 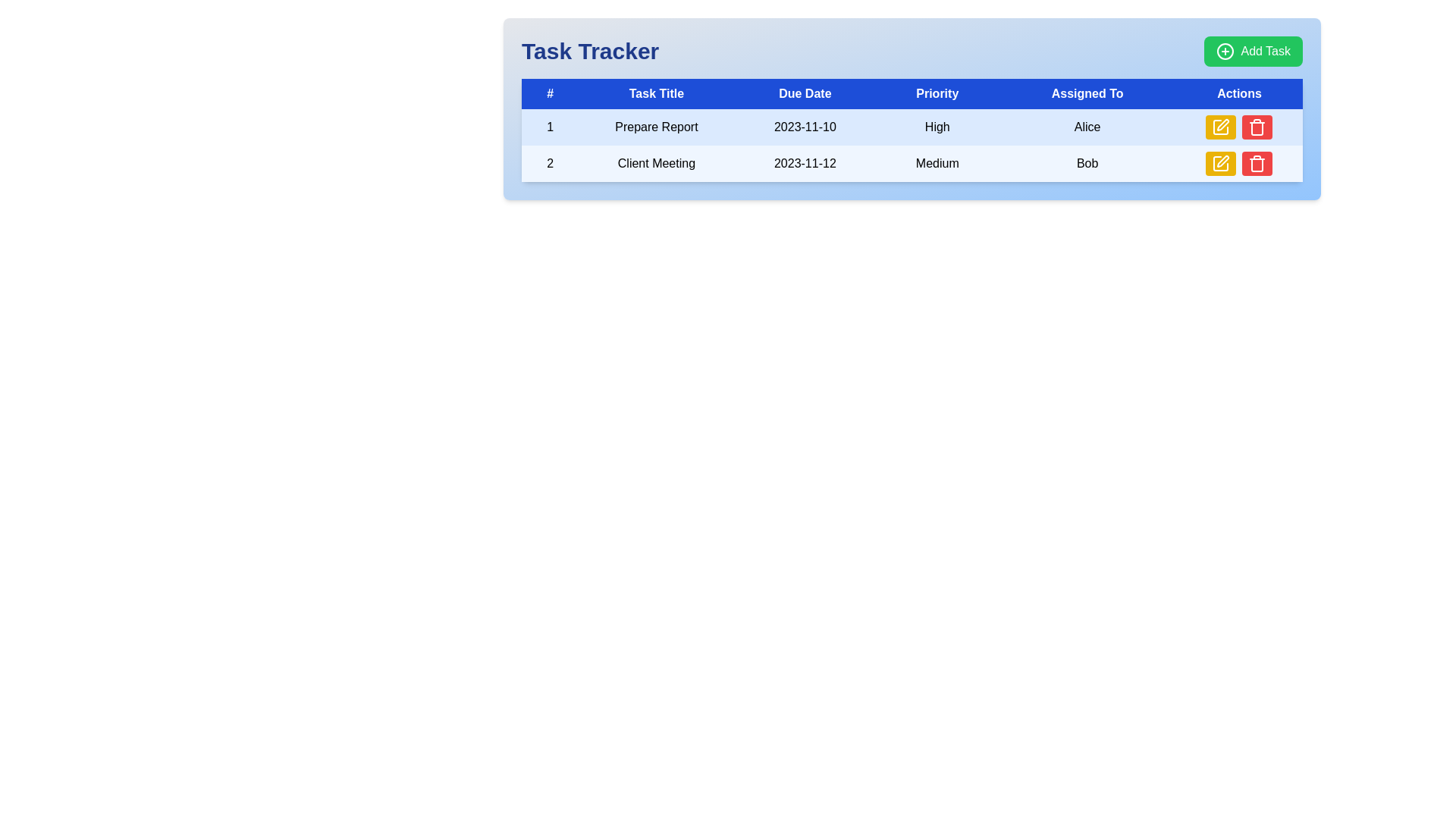 I want to click on the 'Actions' column header cell, so click(x=1239, y=93).